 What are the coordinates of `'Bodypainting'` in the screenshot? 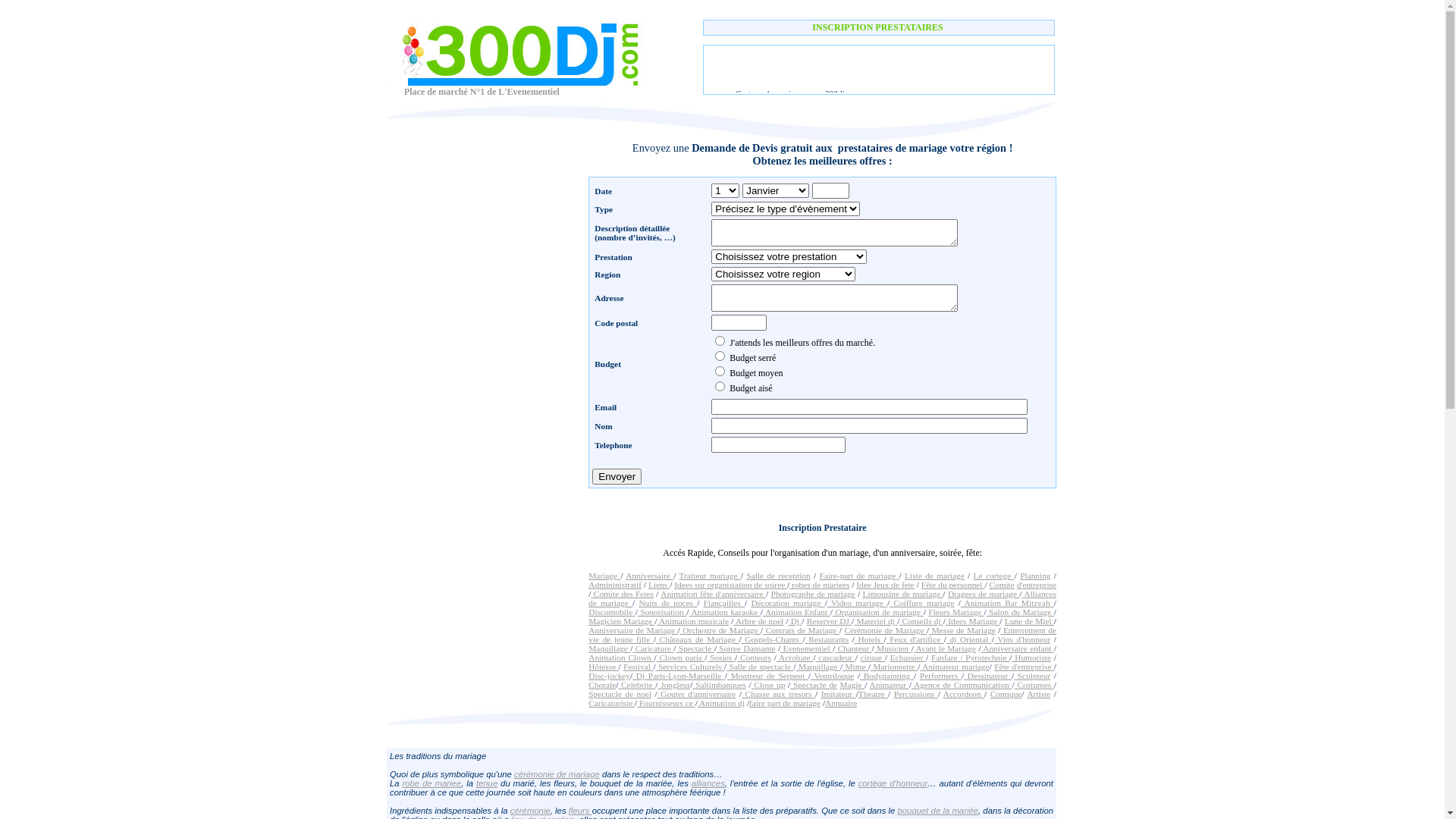 It's located at (859, 675).